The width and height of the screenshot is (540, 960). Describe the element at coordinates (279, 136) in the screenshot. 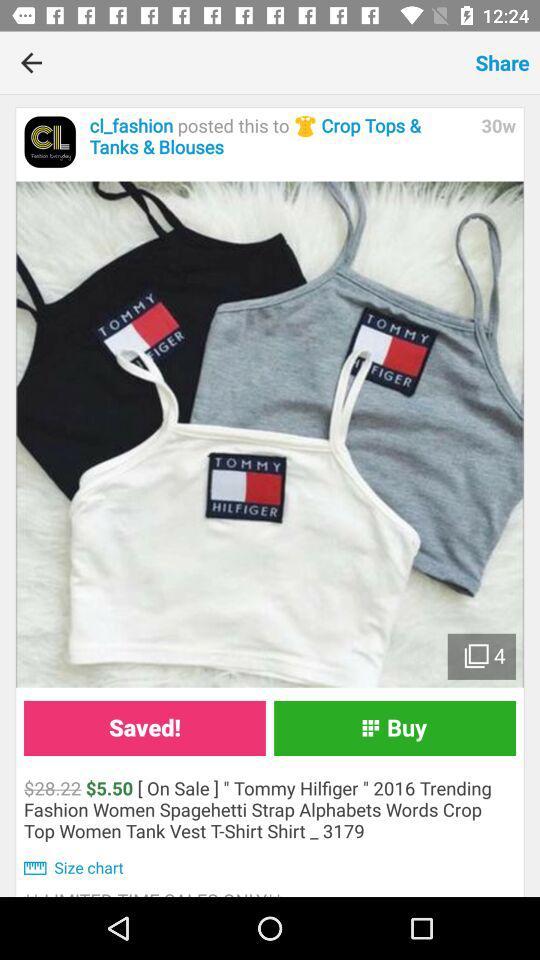

I see `cl_fashion posted this` at that location.